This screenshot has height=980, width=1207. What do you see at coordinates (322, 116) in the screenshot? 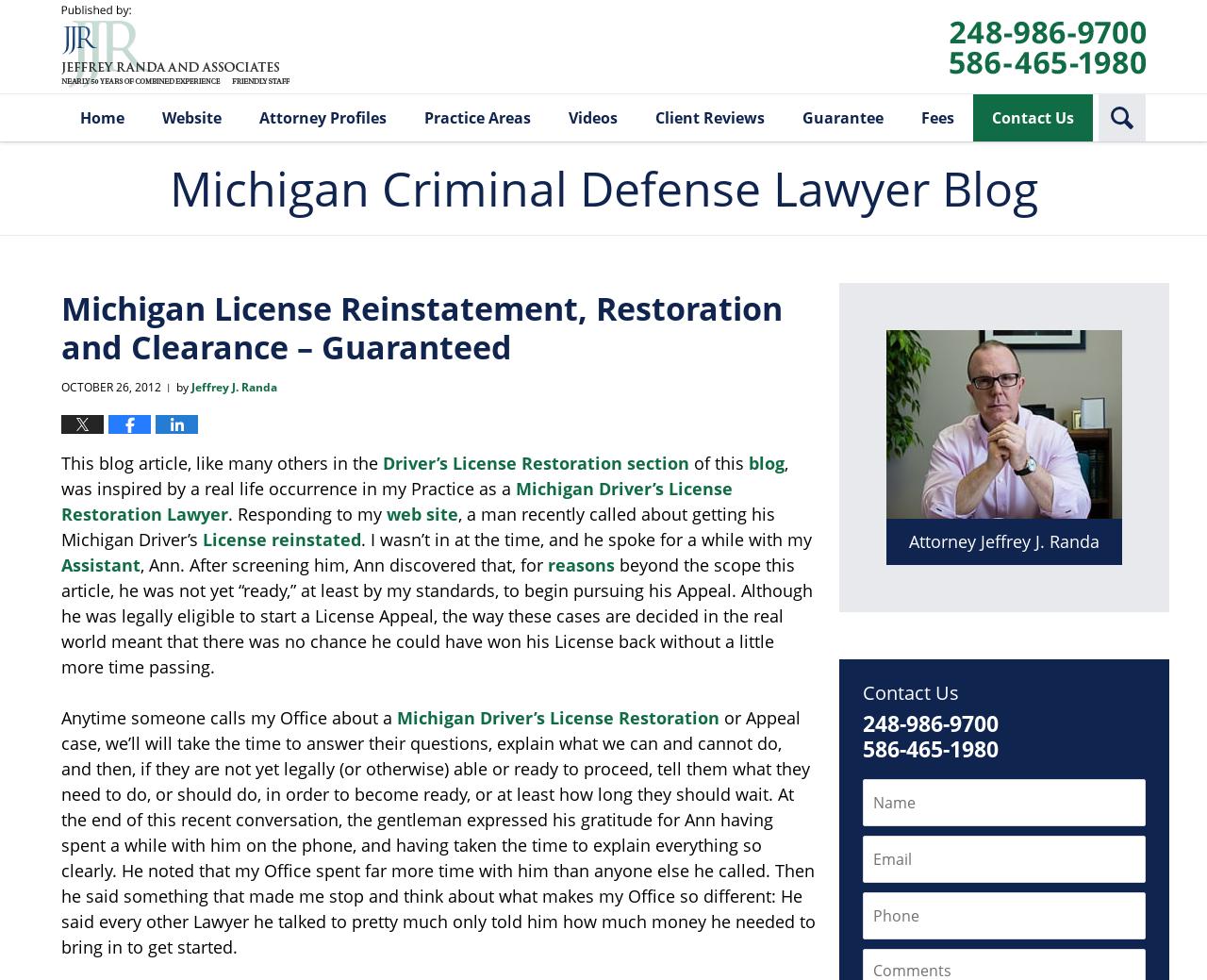
I see `'Attorney Profiles'` at bounding box center [322, 116].